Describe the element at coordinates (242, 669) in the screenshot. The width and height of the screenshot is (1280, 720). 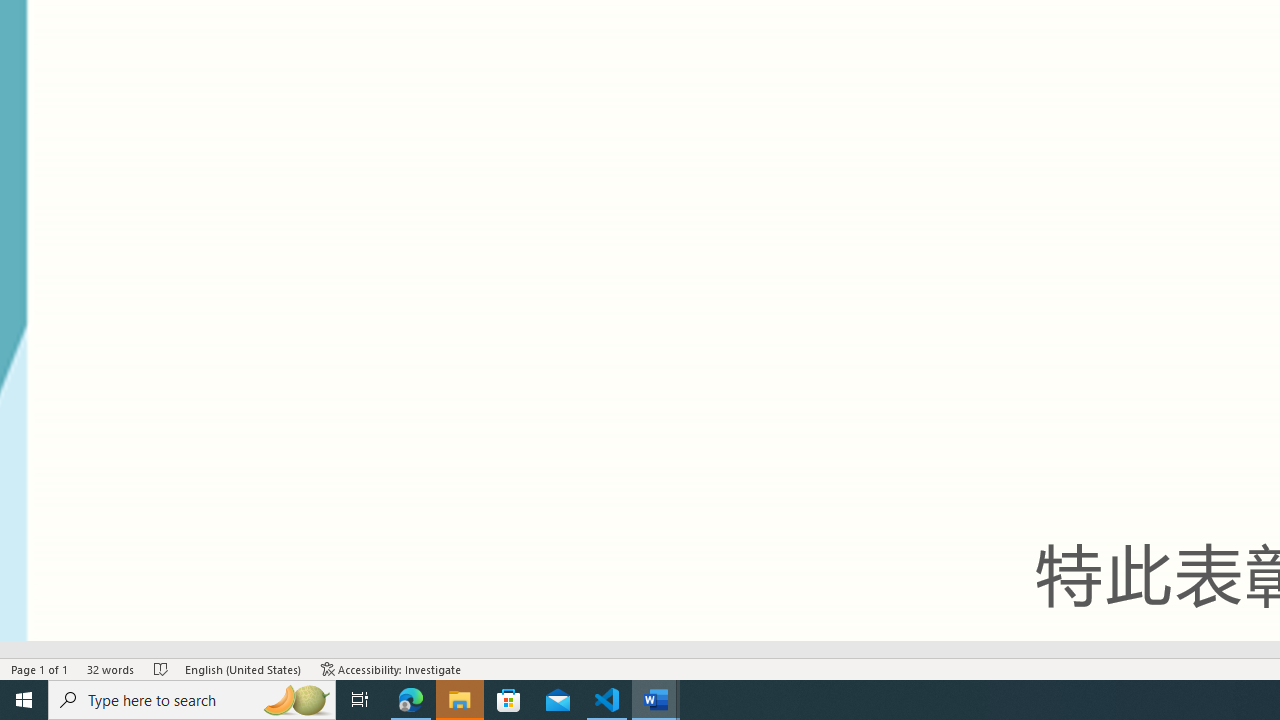
I see `'Language English (United States)'` at that location.